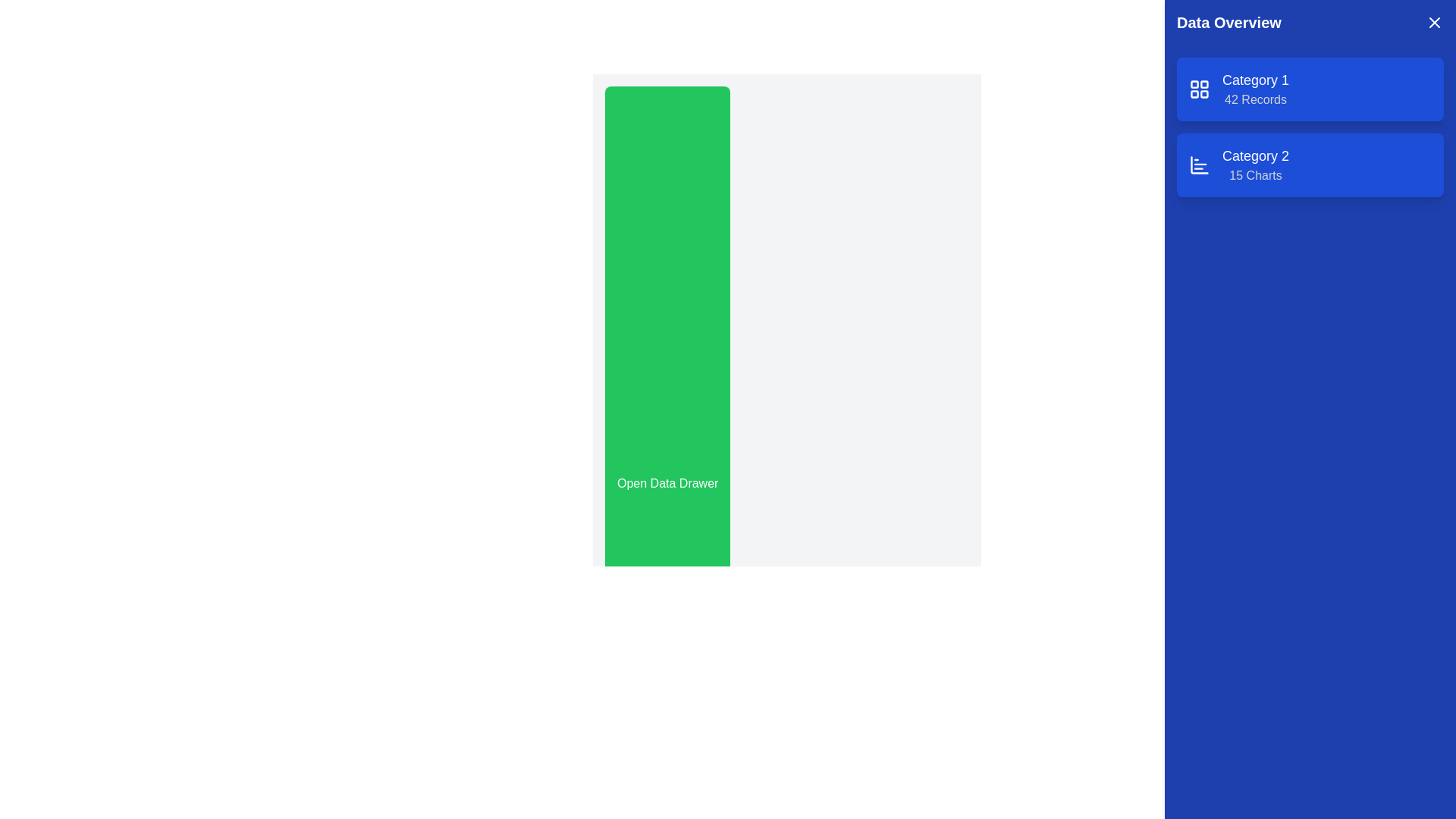 This screenshot has width=1456, height=819. Describe the element at coordinates (1433, 23) in the screenshot. I see `the close icon in the drawer header to close the drawer` at that location.